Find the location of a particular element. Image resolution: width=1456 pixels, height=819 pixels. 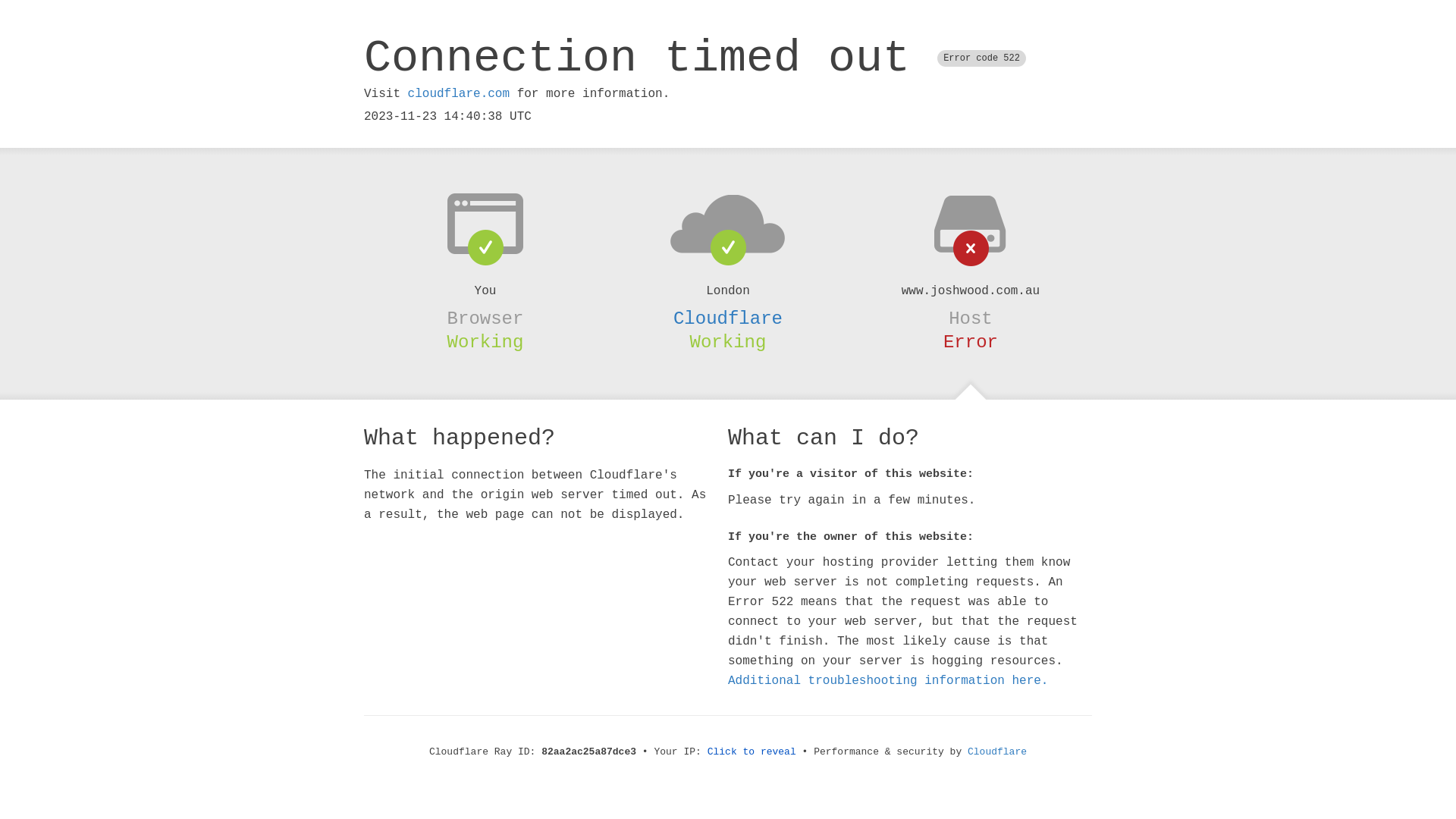

'Cloudflare' is located at coordinates (997, 752).